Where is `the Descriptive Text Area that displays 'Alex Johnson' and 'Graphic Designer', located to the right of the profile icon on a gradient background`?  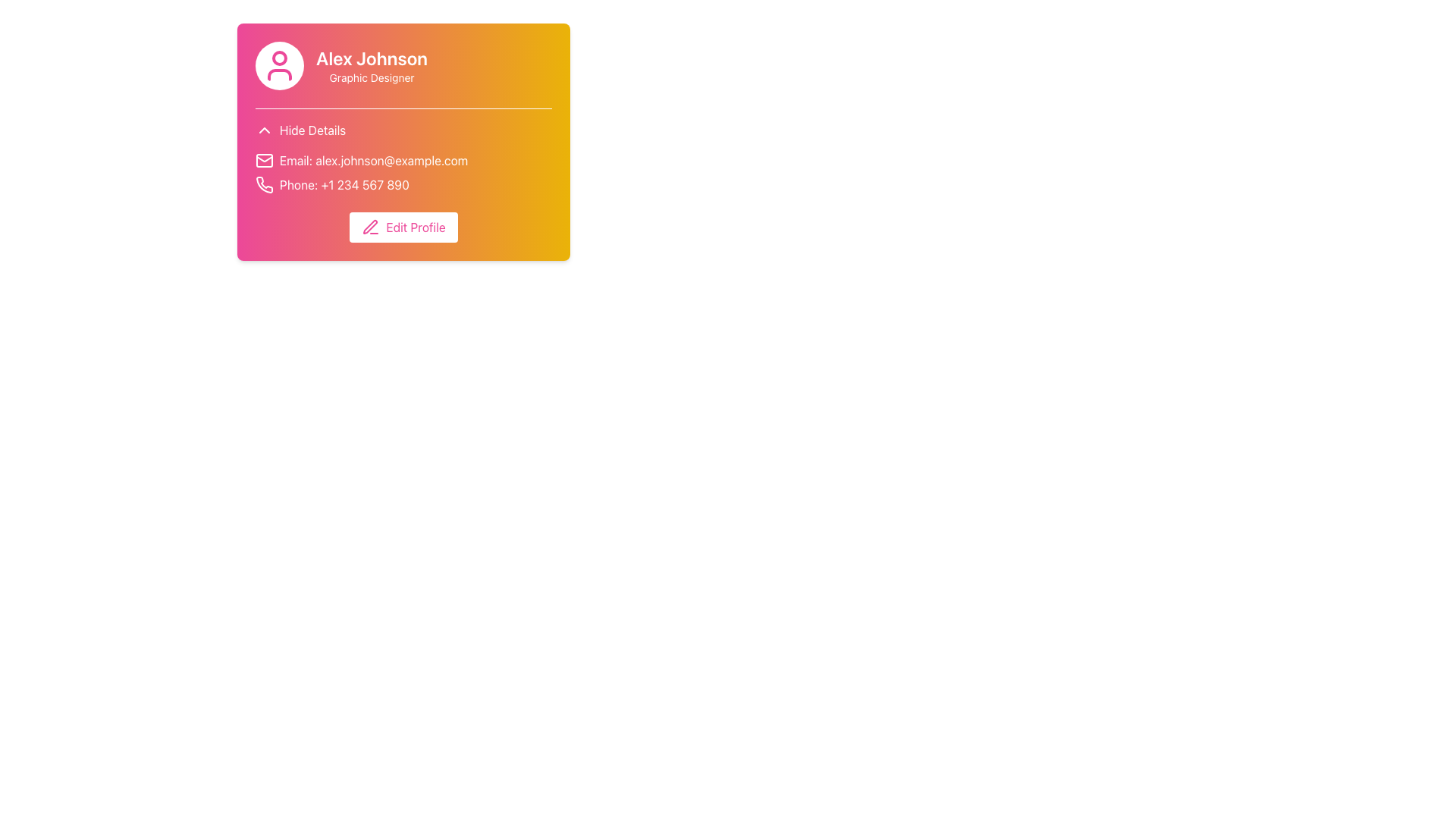 the Descriptive Text Area that displays 'Alex Johnson' and 'Graphic Designer', located to the right of the profile icon on a gradient background is located at coordinates (403, 65).